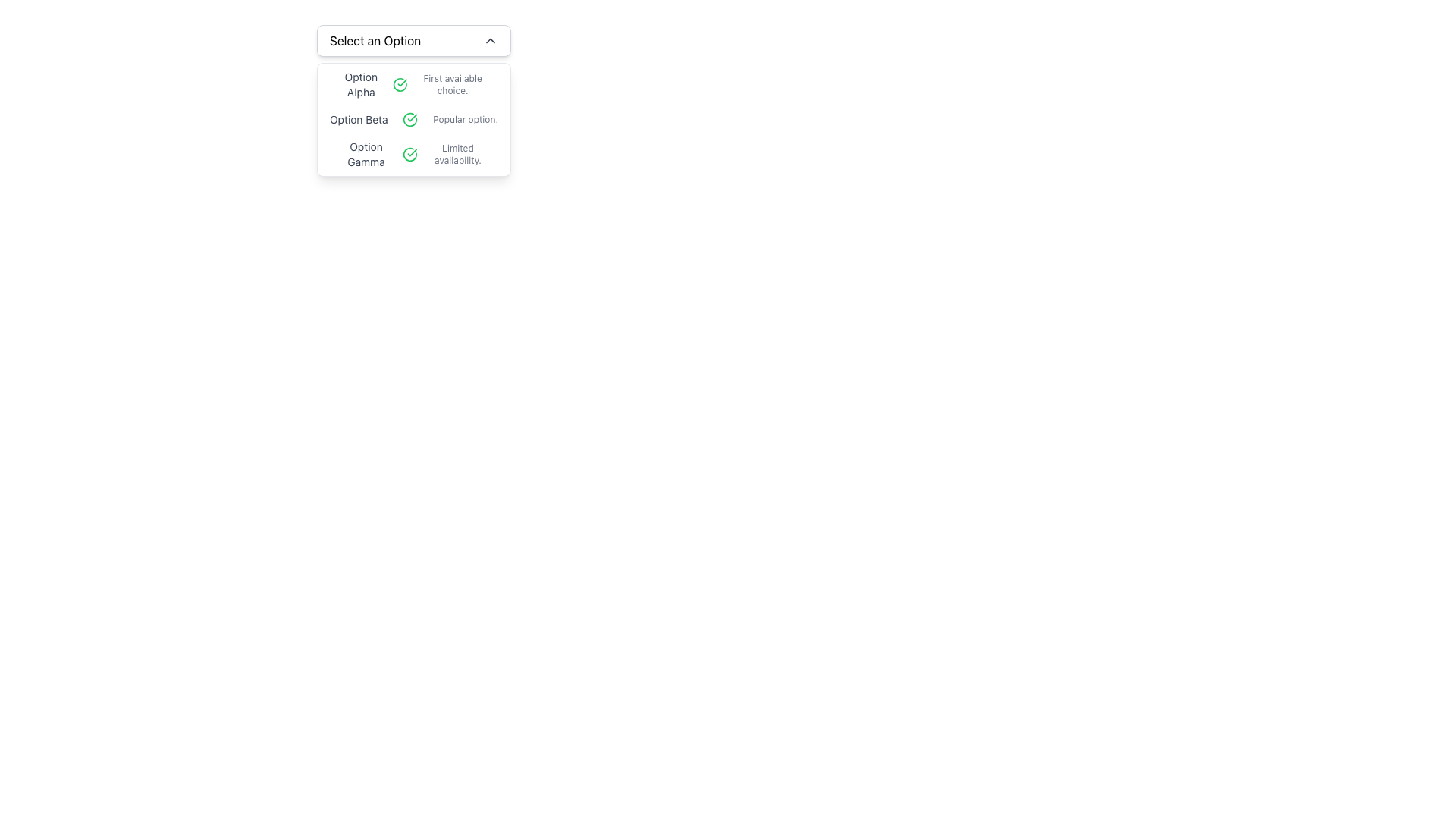  Describe the element at coordinates (414, 119) in the screenshot. I see `the second item in the dropdown list, which sets the value to 'Option Beta' when selected` at that location.